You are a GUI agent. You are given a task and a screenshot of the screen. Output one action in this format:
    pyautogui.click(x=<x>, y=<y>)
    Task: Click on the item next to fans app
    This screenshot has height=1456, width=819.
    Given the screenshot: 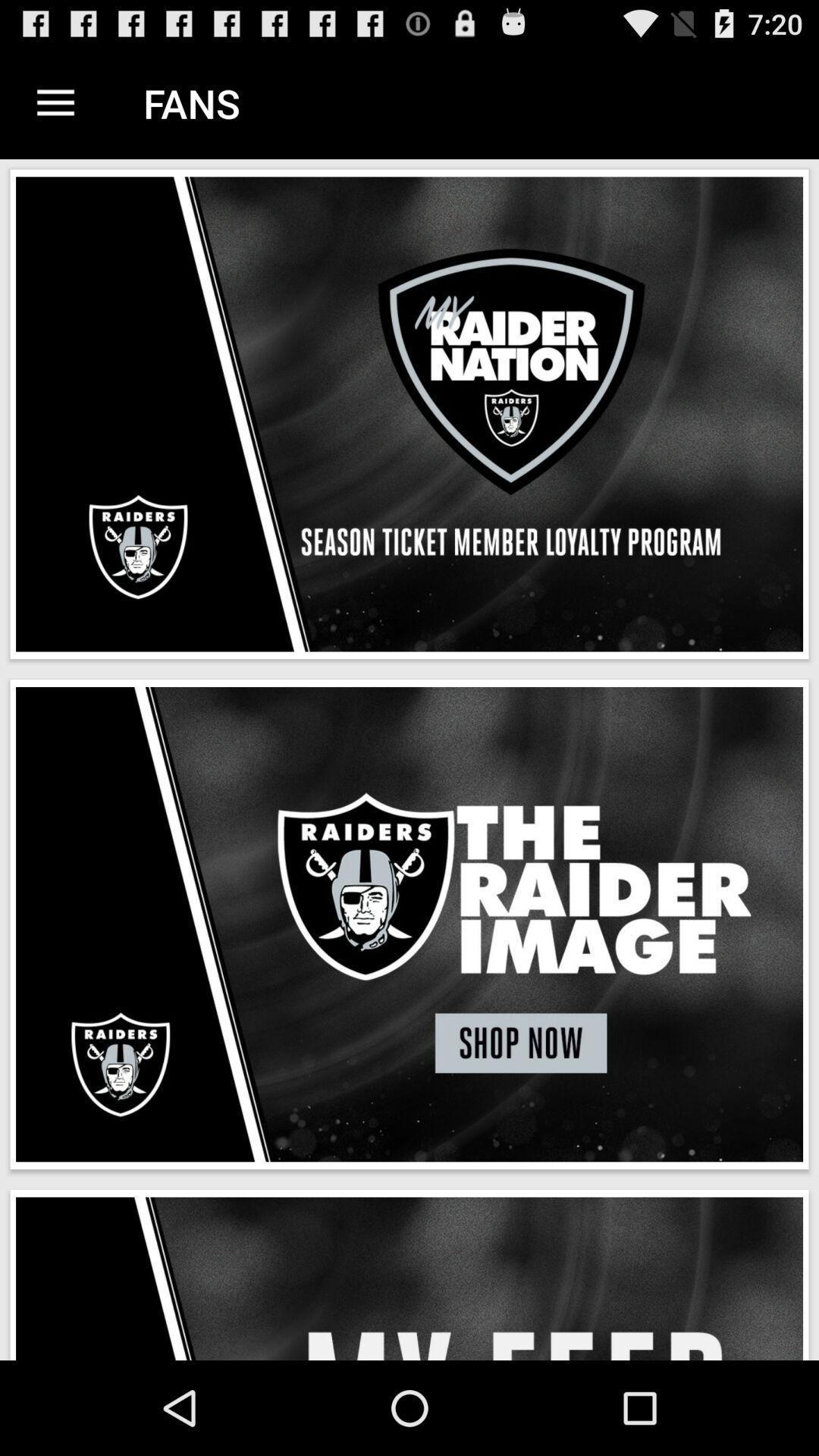 What is the action you would take?
    pyautogui.click(x=55, y=102)
    